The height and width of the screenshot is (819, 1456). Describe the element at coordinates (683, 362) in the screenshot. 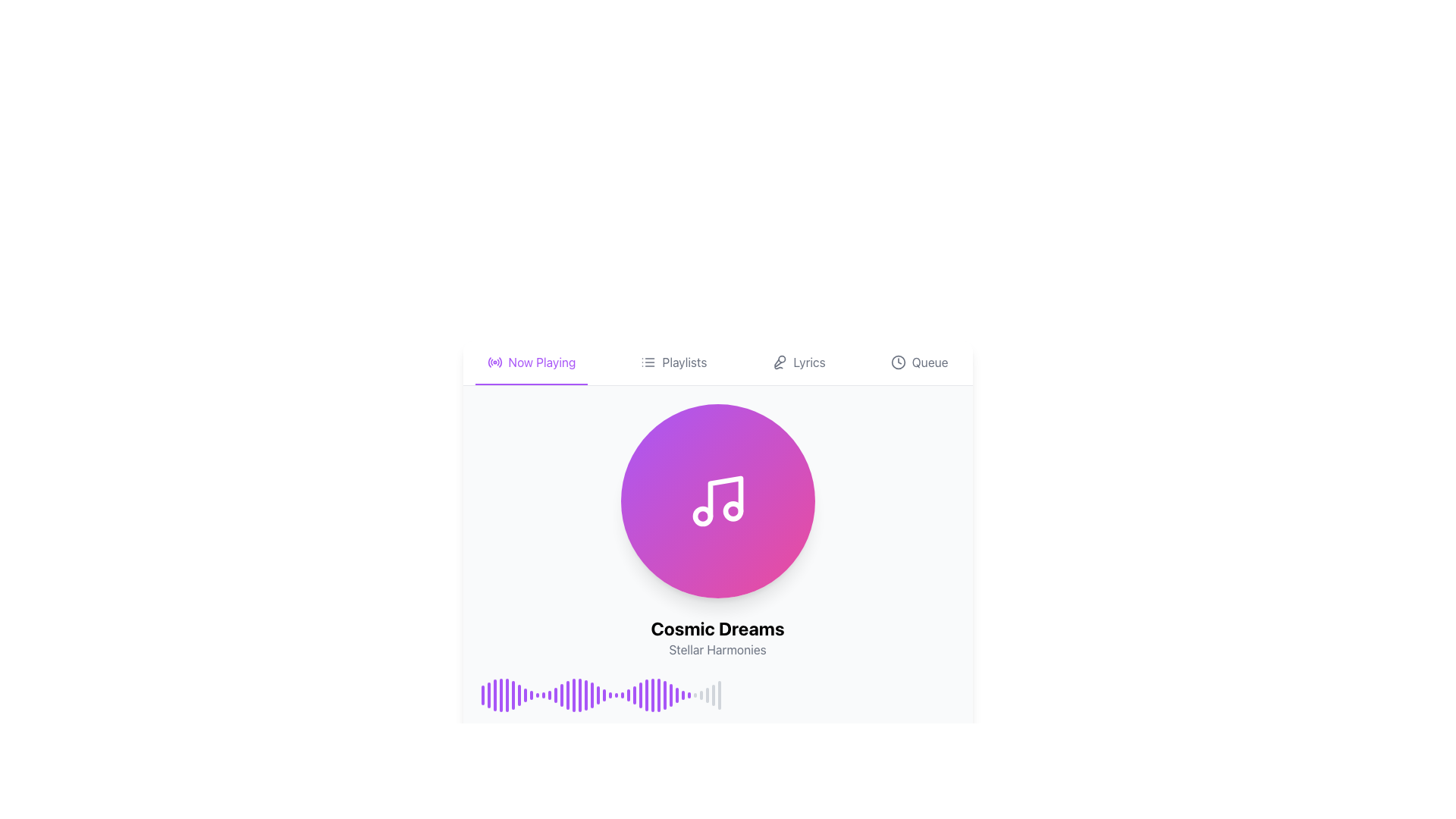

I see `the 'Playlists' static text label located next to the list icon in the navigation bar` at that location.